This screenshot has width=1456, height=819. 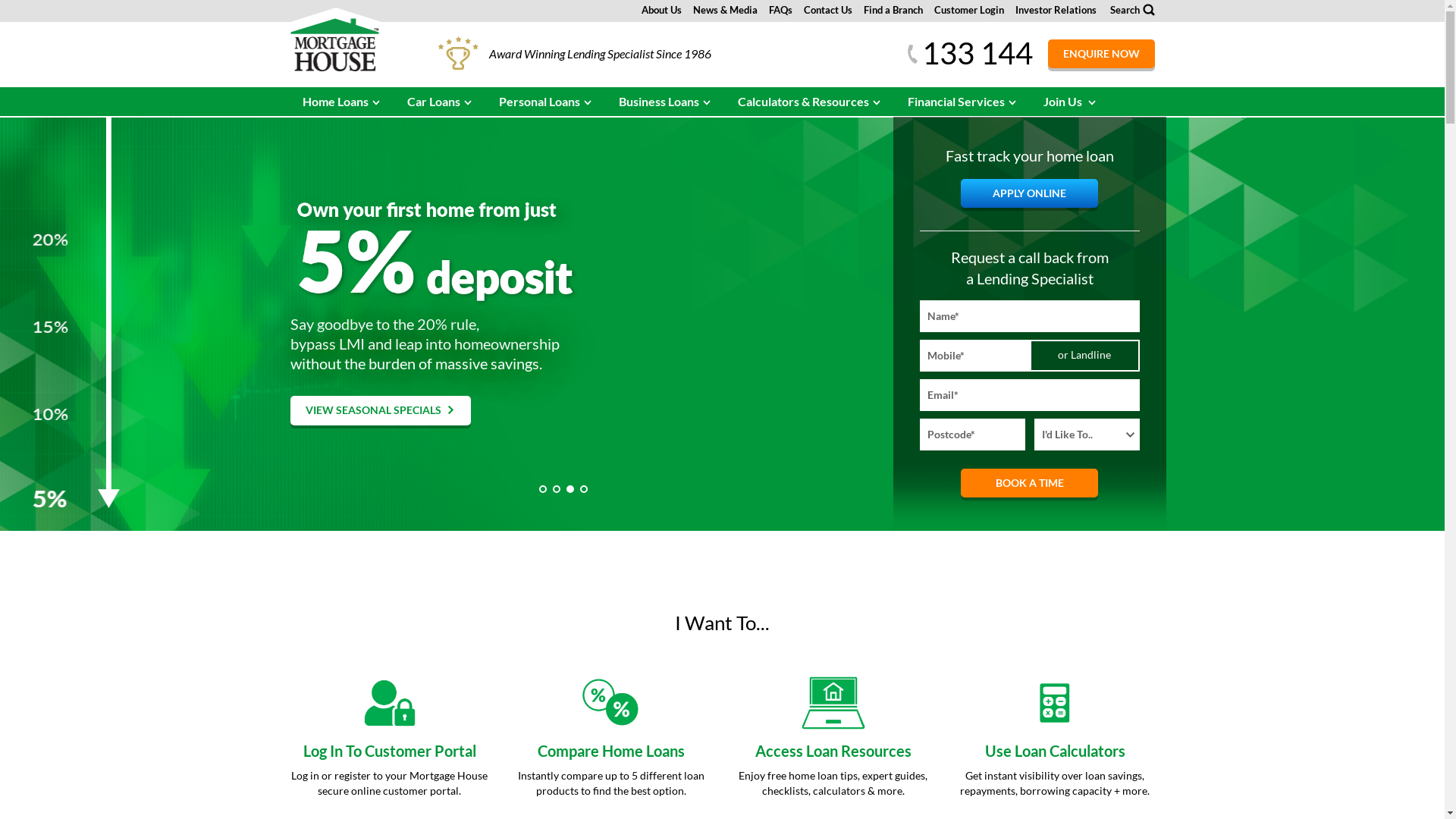 What do you see at coordinates (780, 9) in the screenshot?
I see `'FAQs'` at bounding box center [780, 9].